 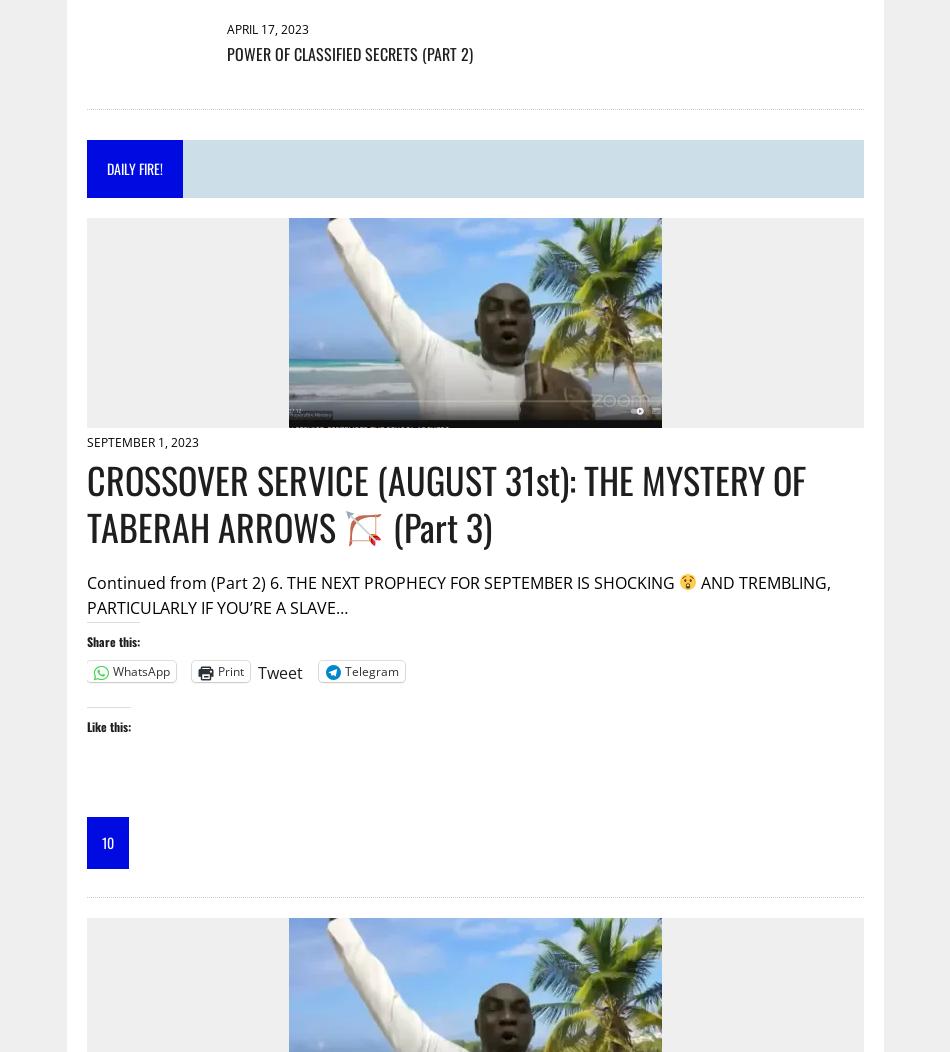 What do you see at coordinates (106, 840) in the screenshot?
I see `'10'` at bounding box center [106, 840].